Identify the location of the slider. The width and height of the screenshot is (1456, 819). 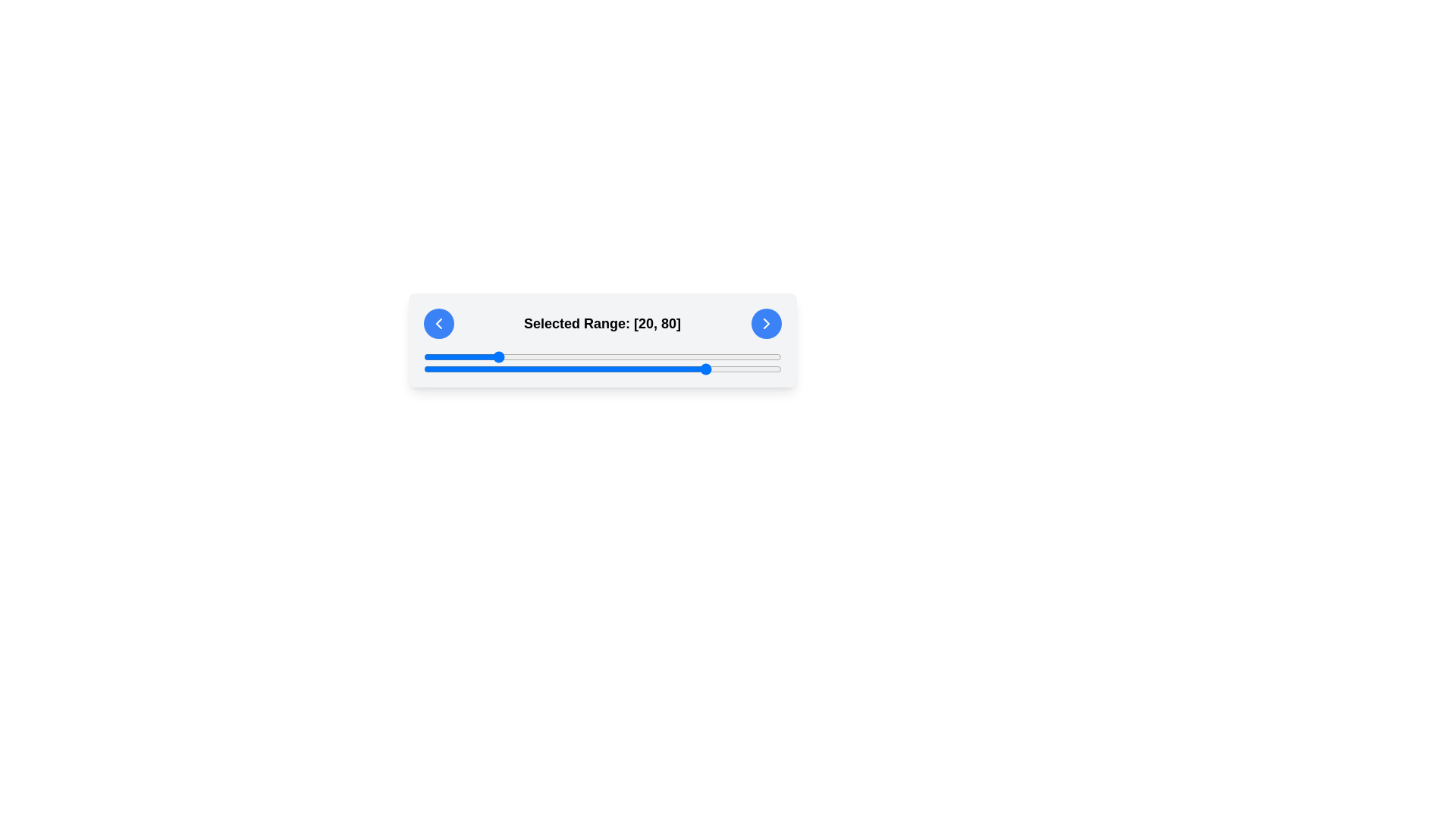
(444, 369).